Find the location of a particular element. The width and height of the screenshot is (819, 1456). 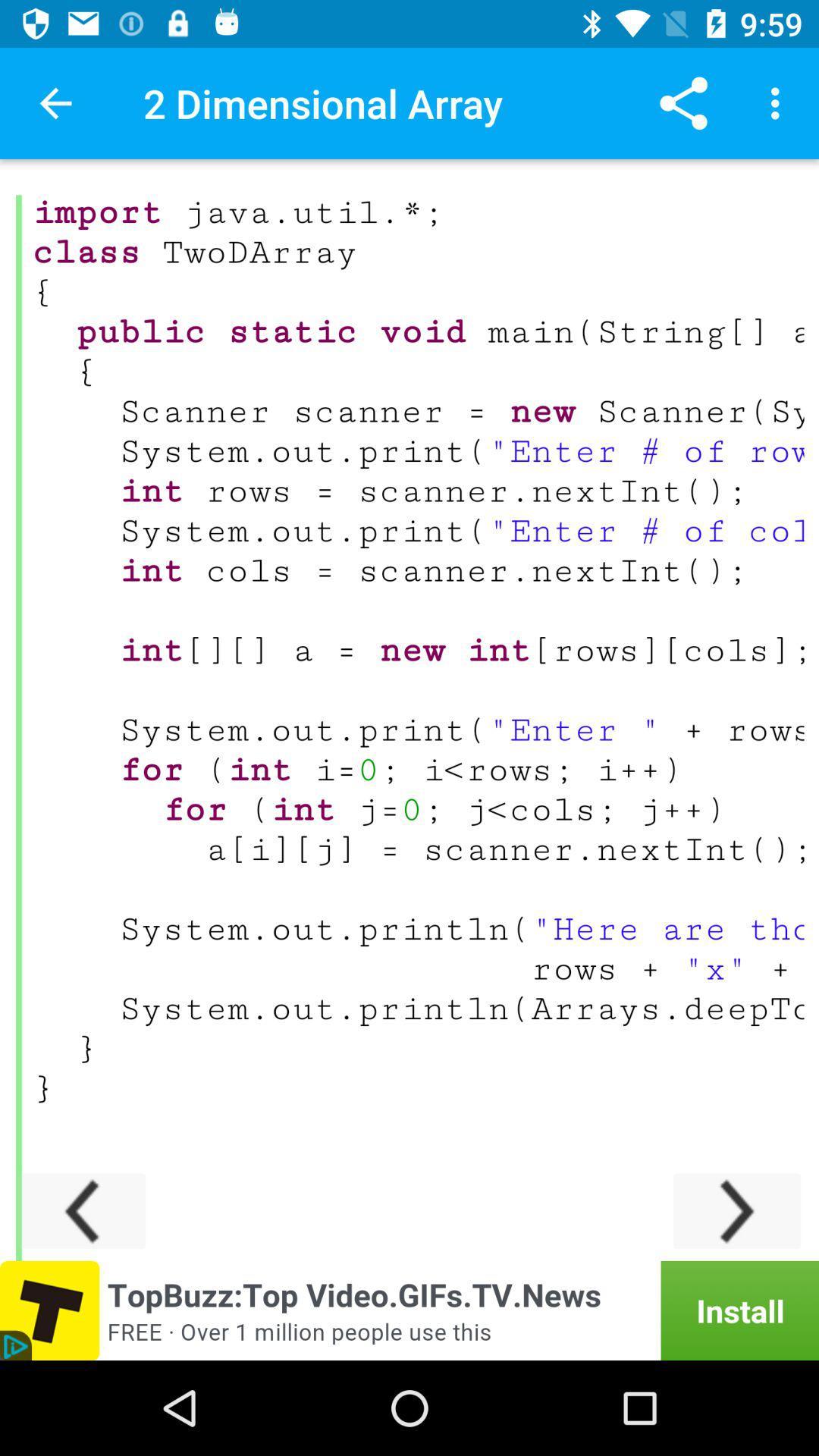

the arrow_forward icon is located at coordinates (736, 1210).